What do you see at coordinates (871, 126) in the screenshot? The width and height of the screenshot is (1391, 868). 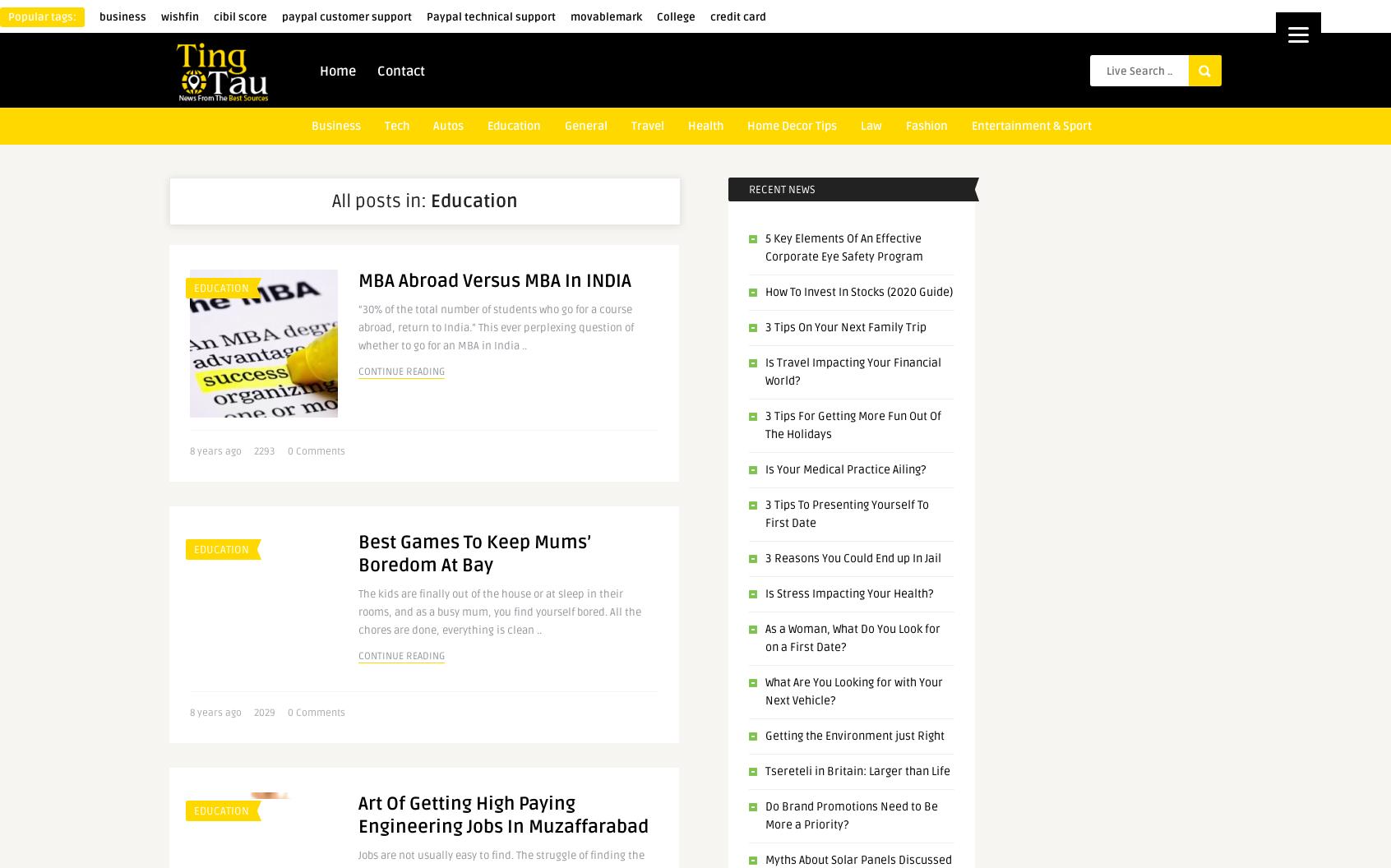 I see `'Law'` at bounding box center [871, 126].